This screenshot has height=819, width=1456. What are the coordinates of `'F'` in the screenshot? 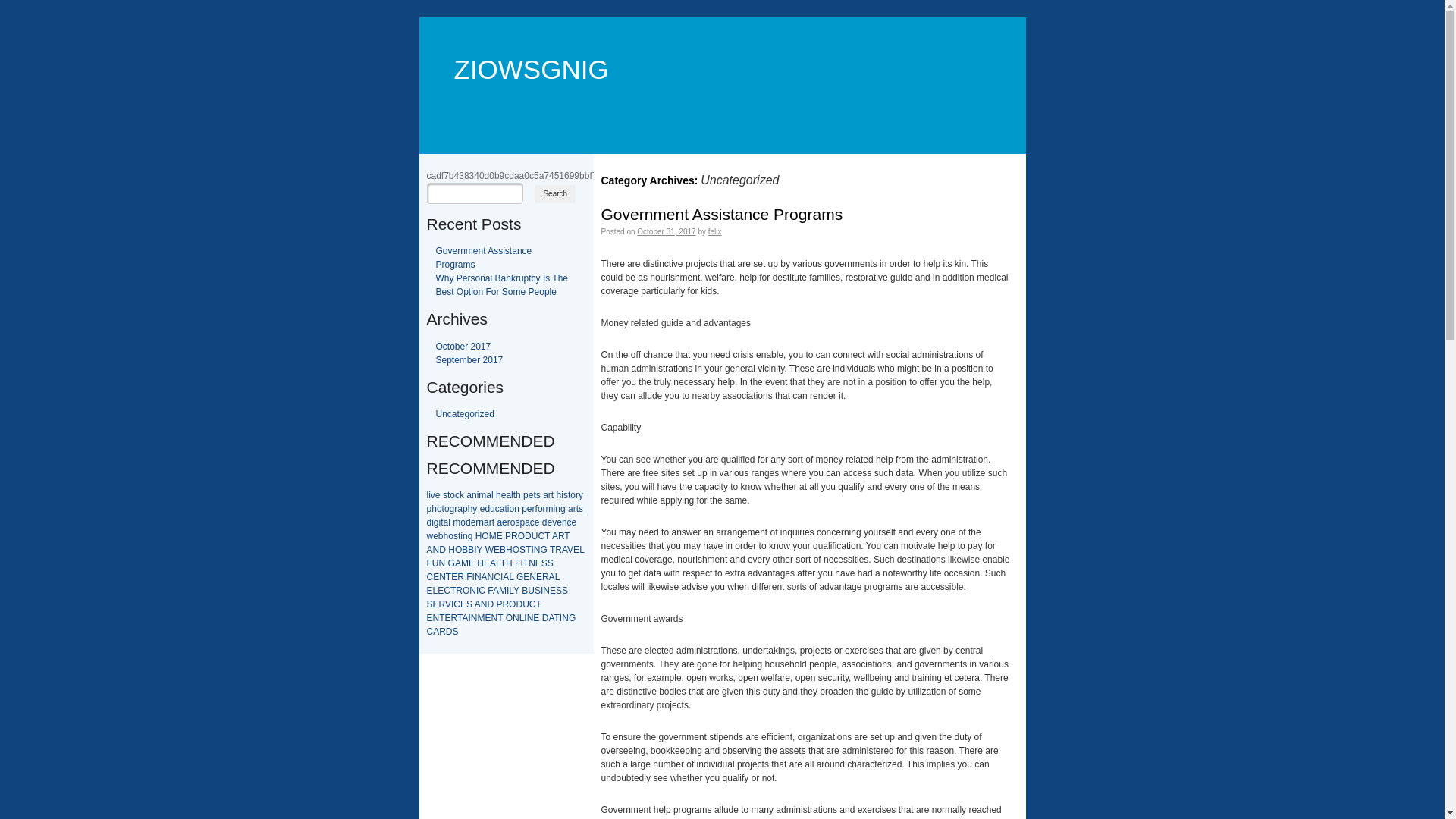 It's located at (428, 563).